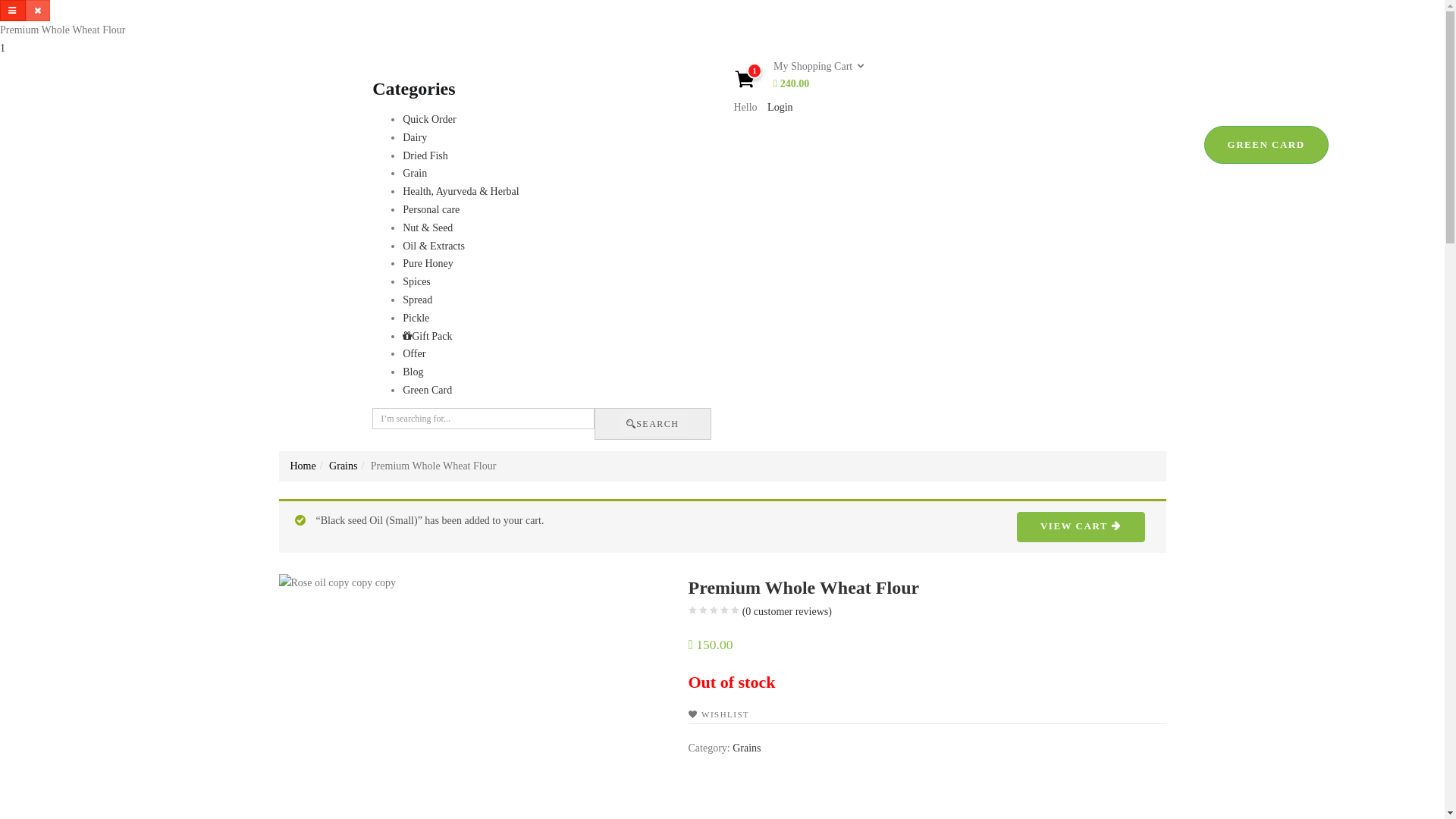 This screenshot has width=1456, height=819. Describe the element at coordinates (652, 424) in the screenshot. I see `'SEARCH'` at that location.